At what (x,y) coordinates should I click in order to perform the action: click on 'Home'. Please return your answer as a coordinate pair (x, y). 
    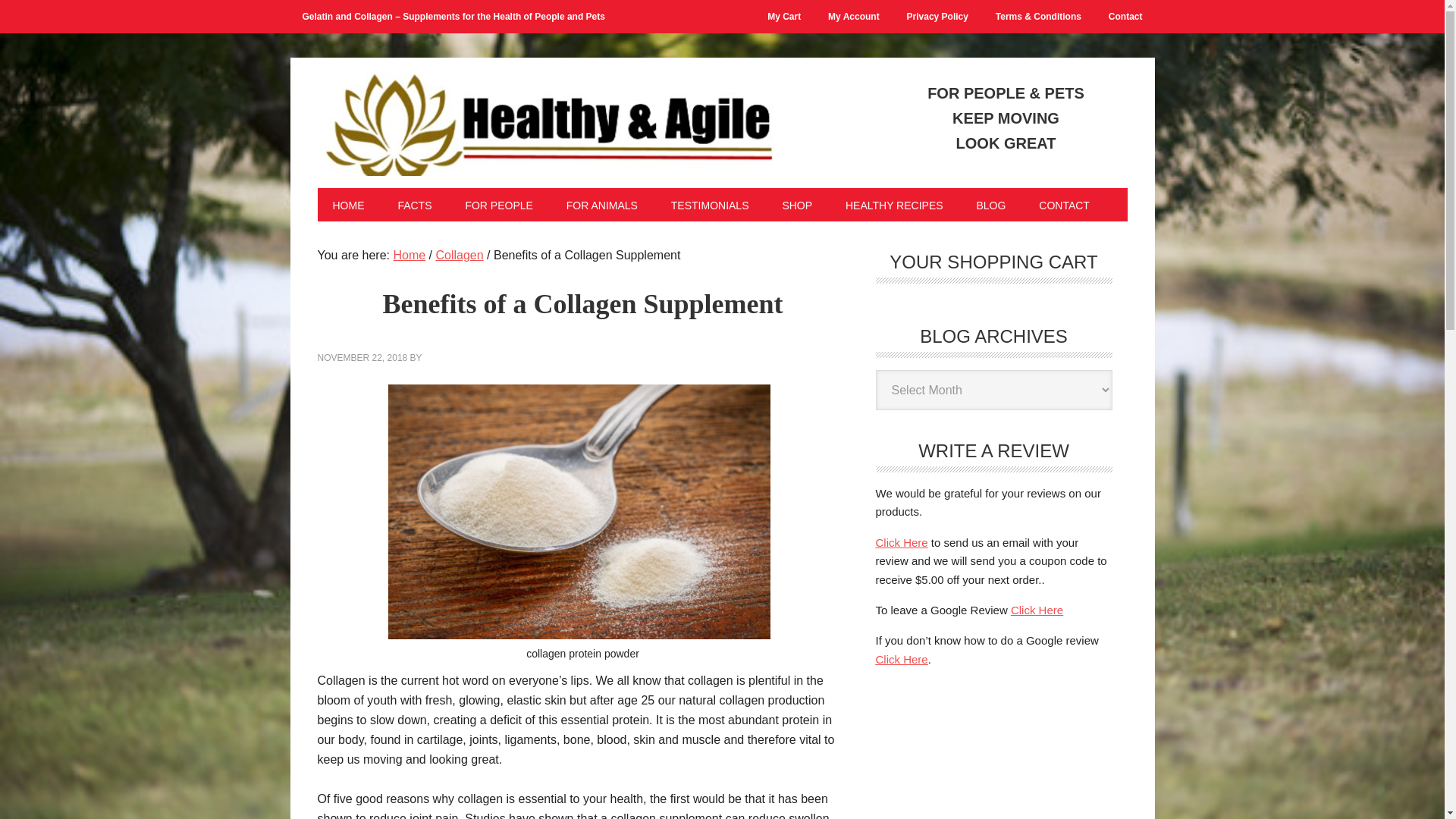
    Looking at the image, I should click on (409, 254).